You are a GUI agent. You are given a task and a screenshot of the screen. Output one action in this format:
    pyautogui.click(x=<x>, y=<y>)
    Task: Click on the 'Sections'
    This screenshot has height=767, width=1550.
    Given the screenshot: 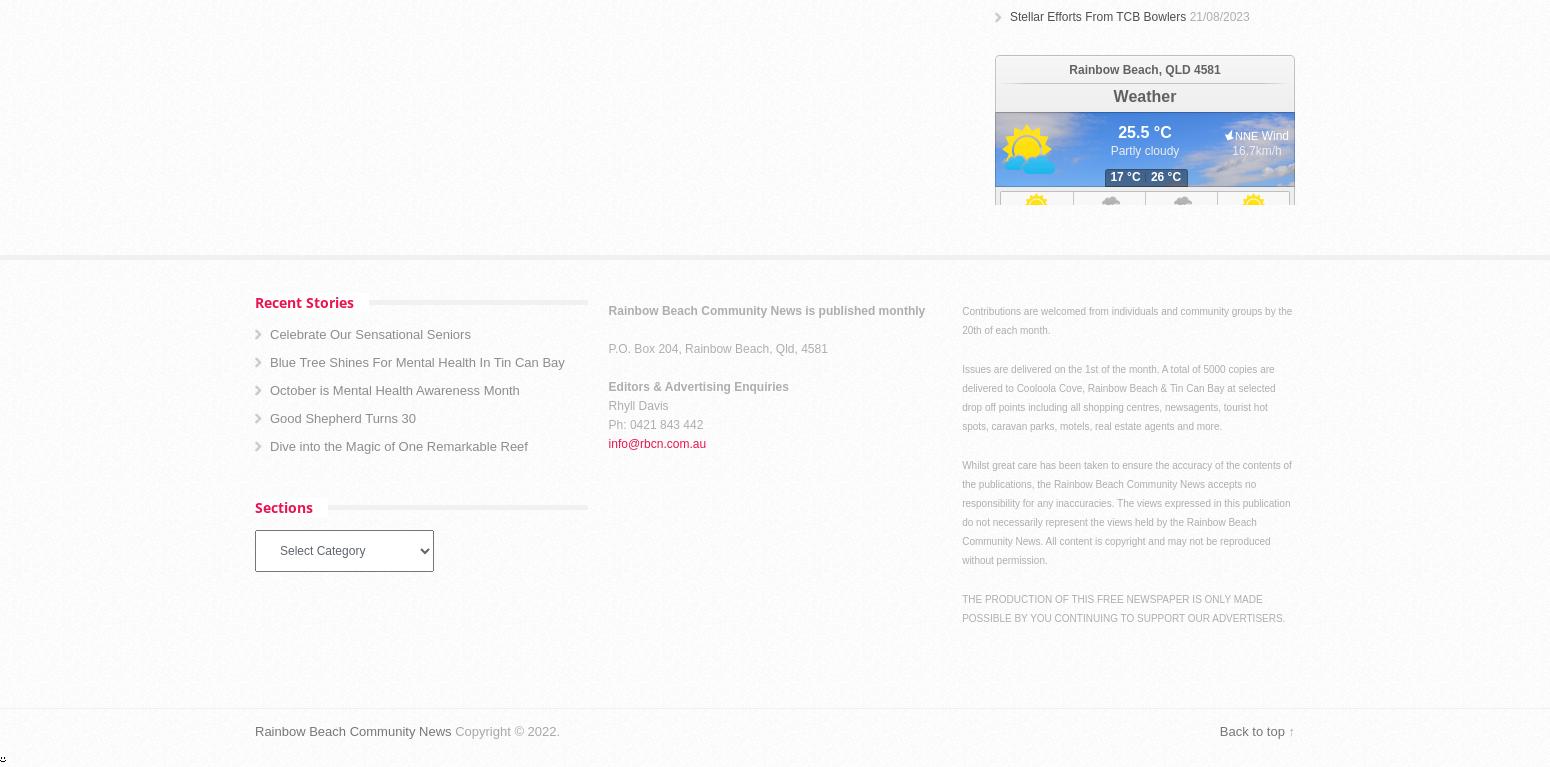 What is the action you would take?
    pyautogui.click(x=254, y=505)
    